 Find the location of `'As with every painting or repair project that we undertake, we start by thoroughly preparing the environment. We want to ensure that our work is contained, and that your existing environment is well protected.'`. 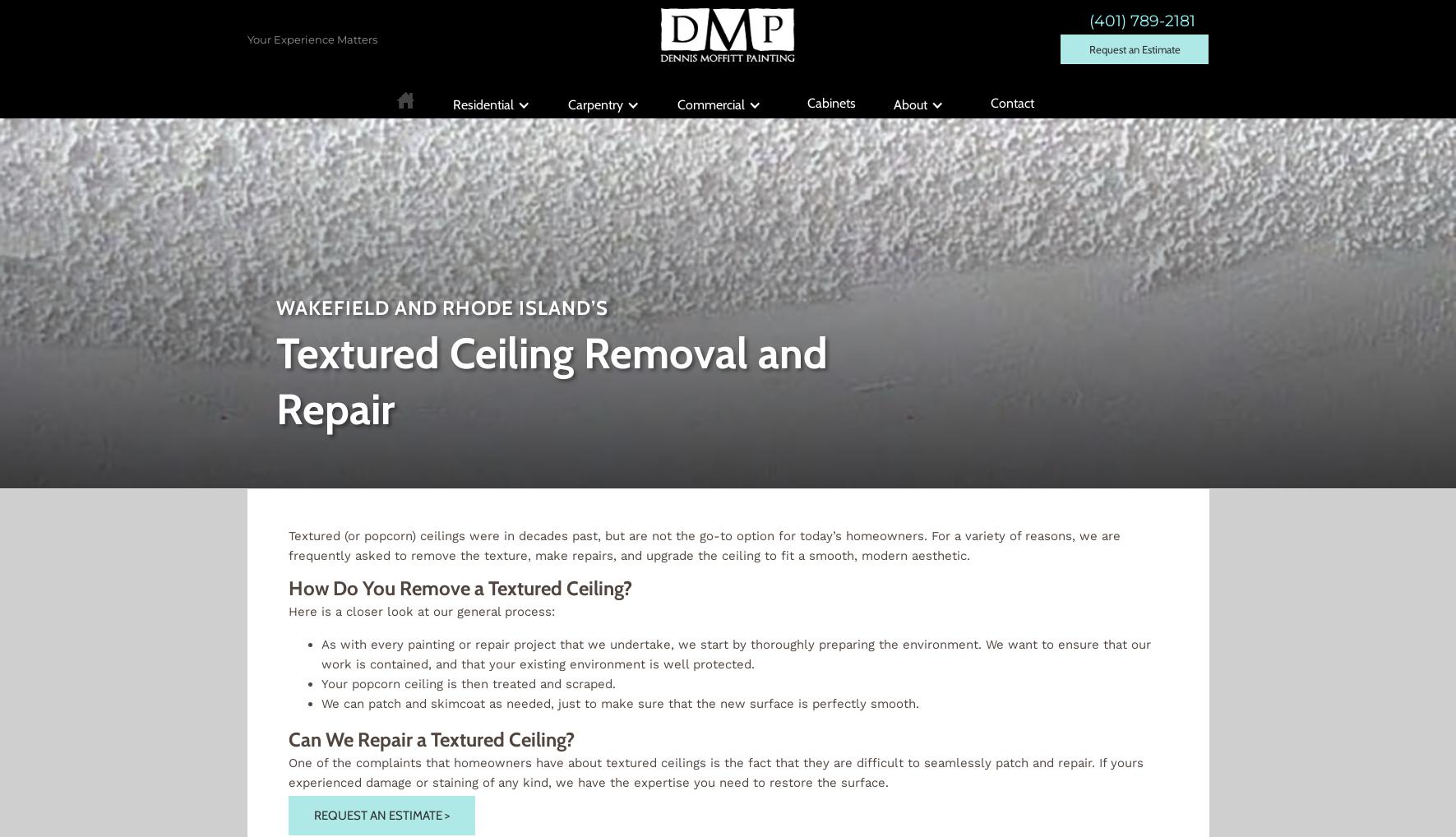

'As with every painting or repair project that we undertake, we start by thoroughly preparing the environment. We want to ensure that our work is contained, and that your existing environment is well protected.' is located at coordinates (735, 654).